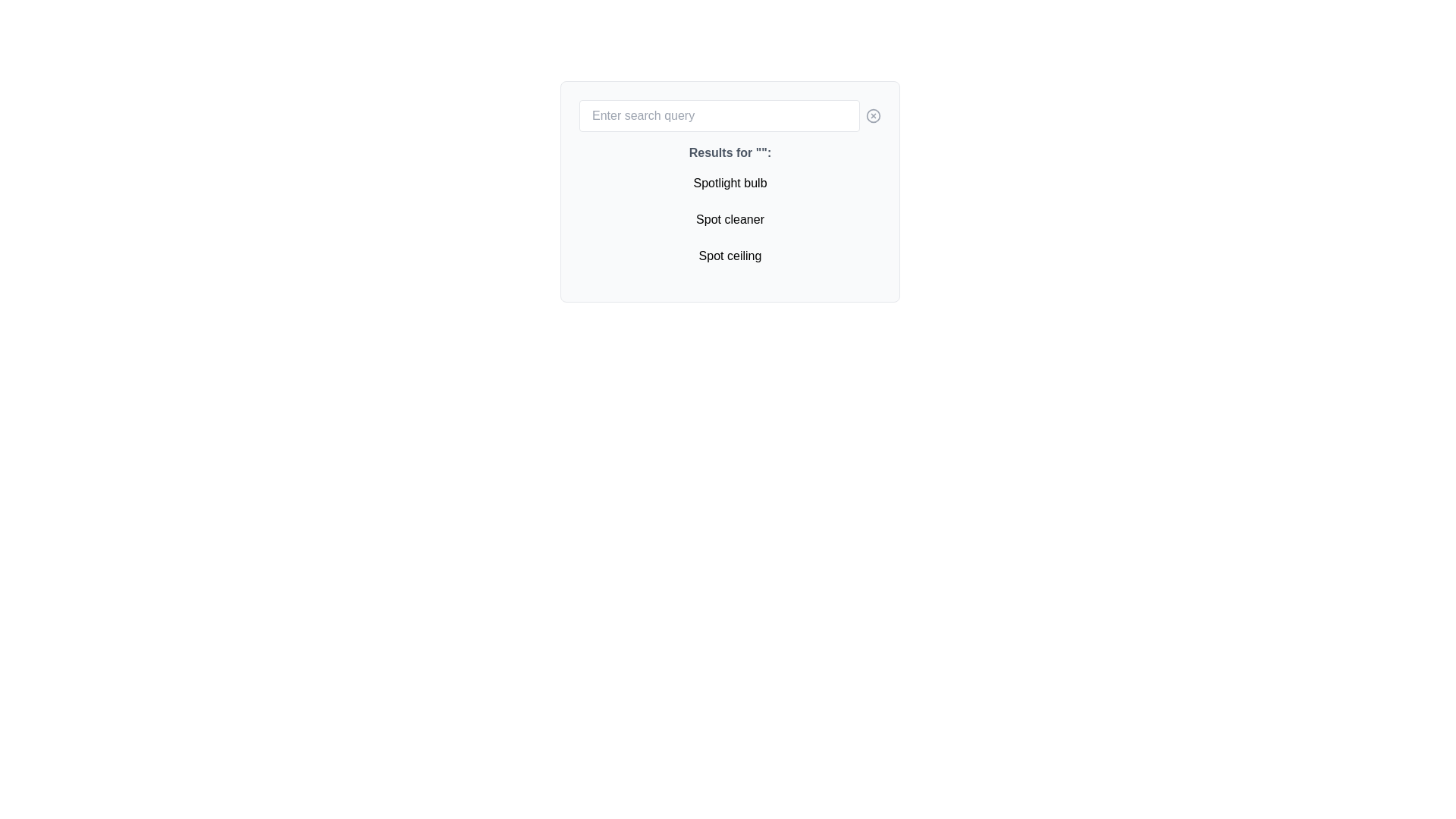 The width and height of the screenshot is (1456, 819). What do you see at coordinates (704, 182) in the screenshot?
I see `the third character 'o' in the text 'Spotlight bulb', which is located between 'S' and 'o'` at bounding box center [704, 182].